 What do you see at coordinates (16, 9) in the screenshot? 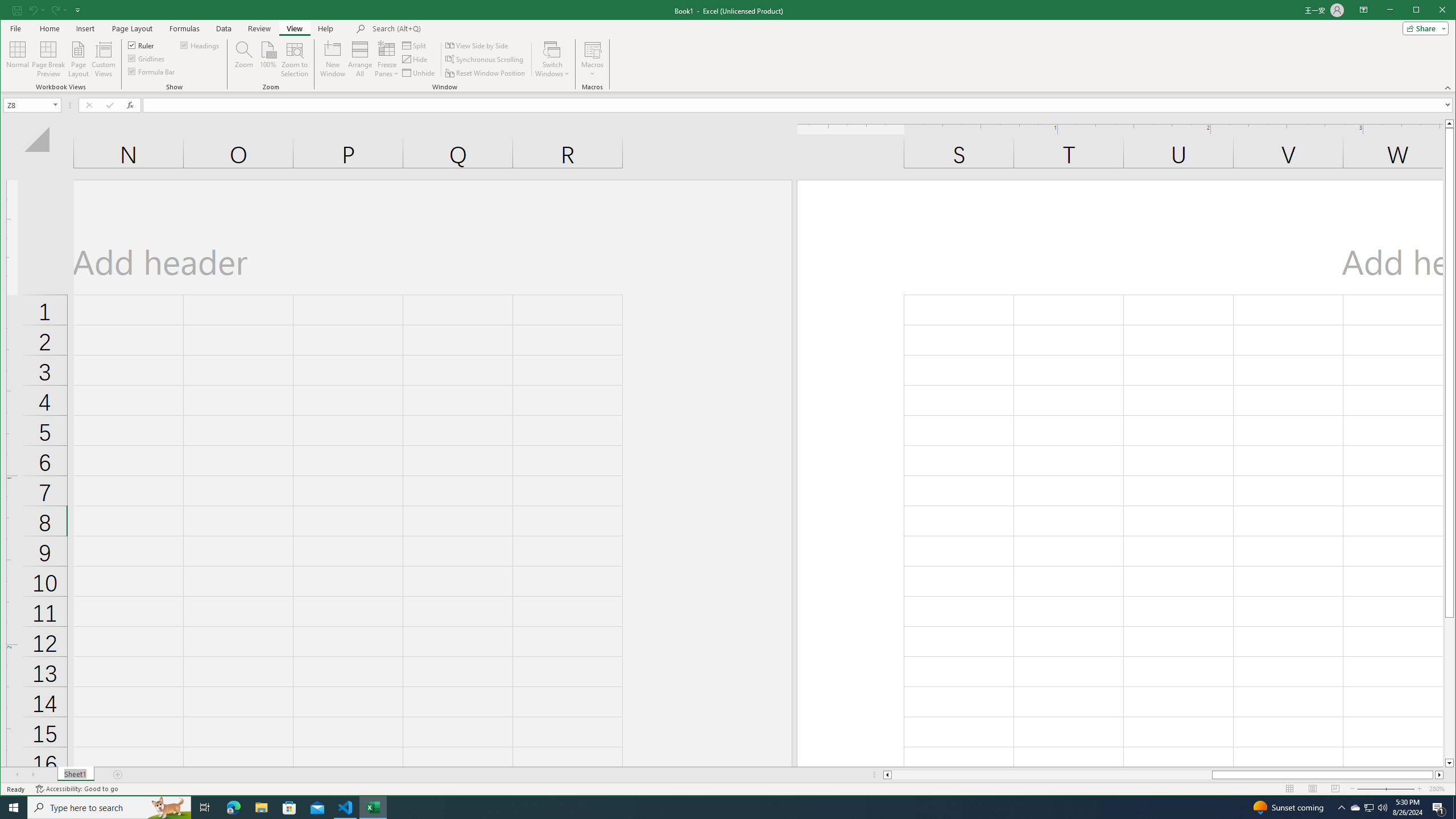
I see `'Save'` at bounding box center [16, 9].